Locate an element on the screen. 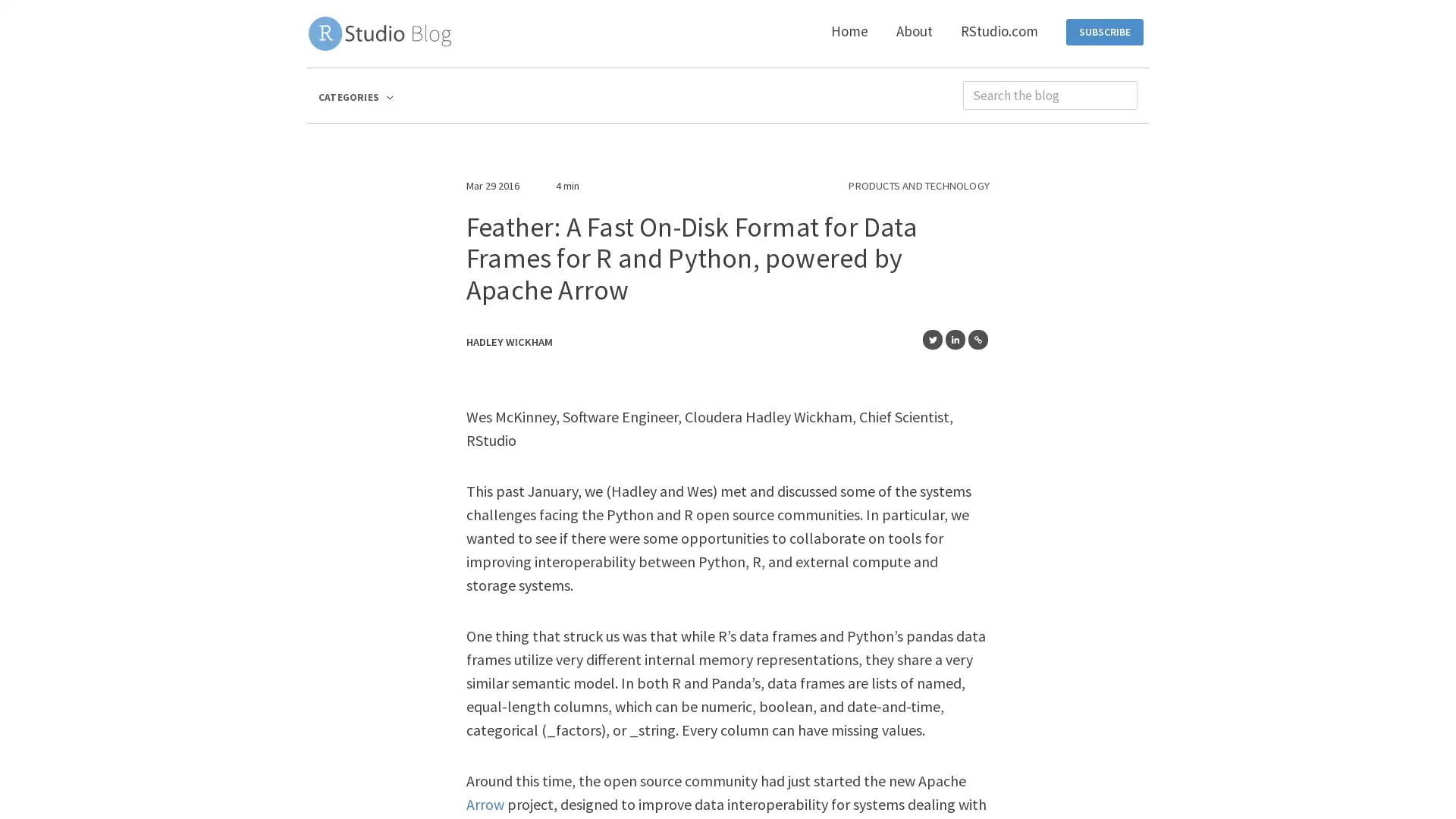 This screenshot has height=819, width=1456. Share to Copy Link is located at coordinates (978, 338).